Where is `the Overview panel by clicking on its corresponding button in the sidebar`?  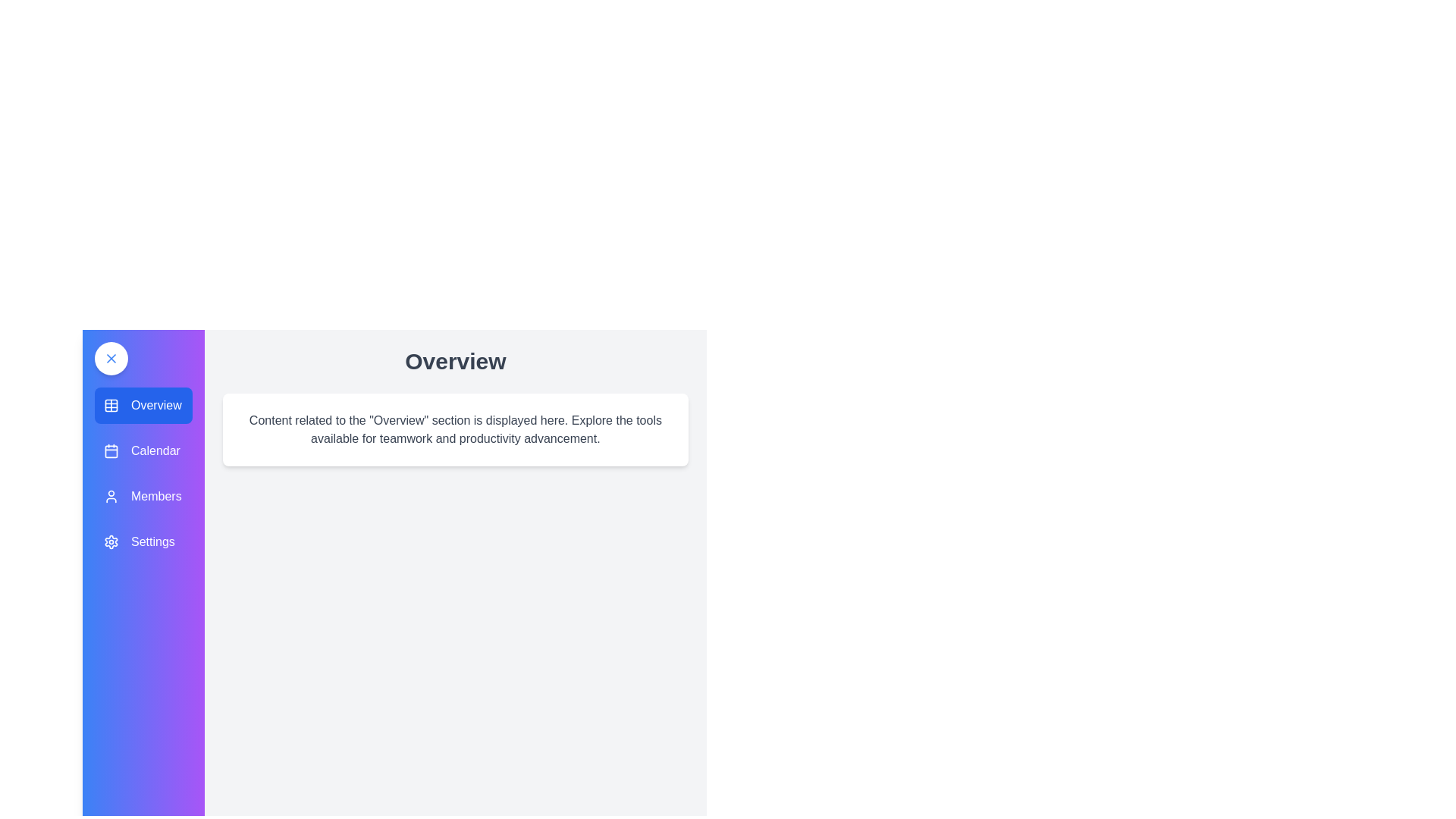
the Overview panel by clicking on its corresponding button in the sidebar is located at coordinates (143, 405).